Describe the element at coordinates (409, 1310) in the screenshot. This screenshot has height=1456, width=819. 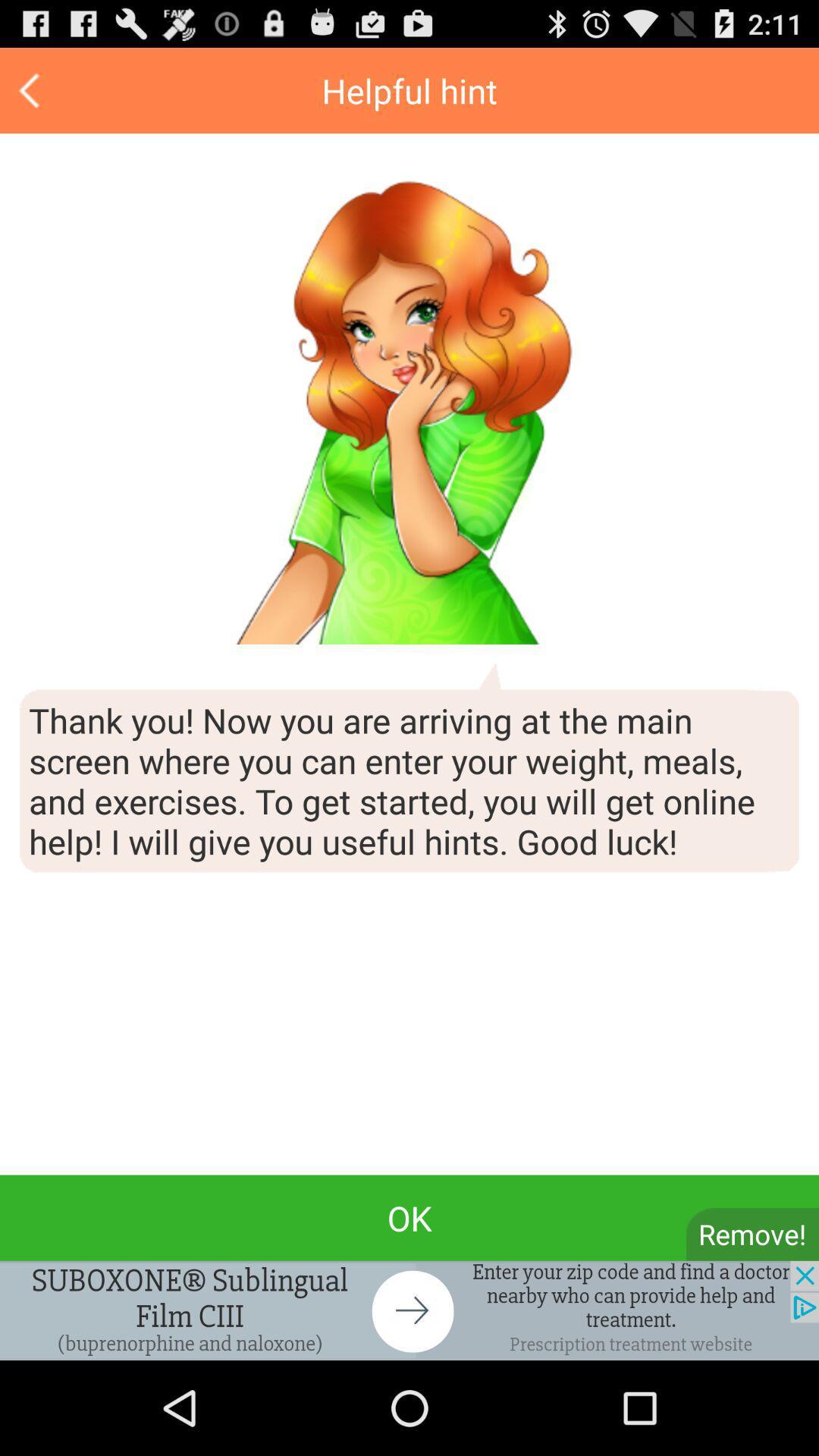
I see `advertisement` at that location.